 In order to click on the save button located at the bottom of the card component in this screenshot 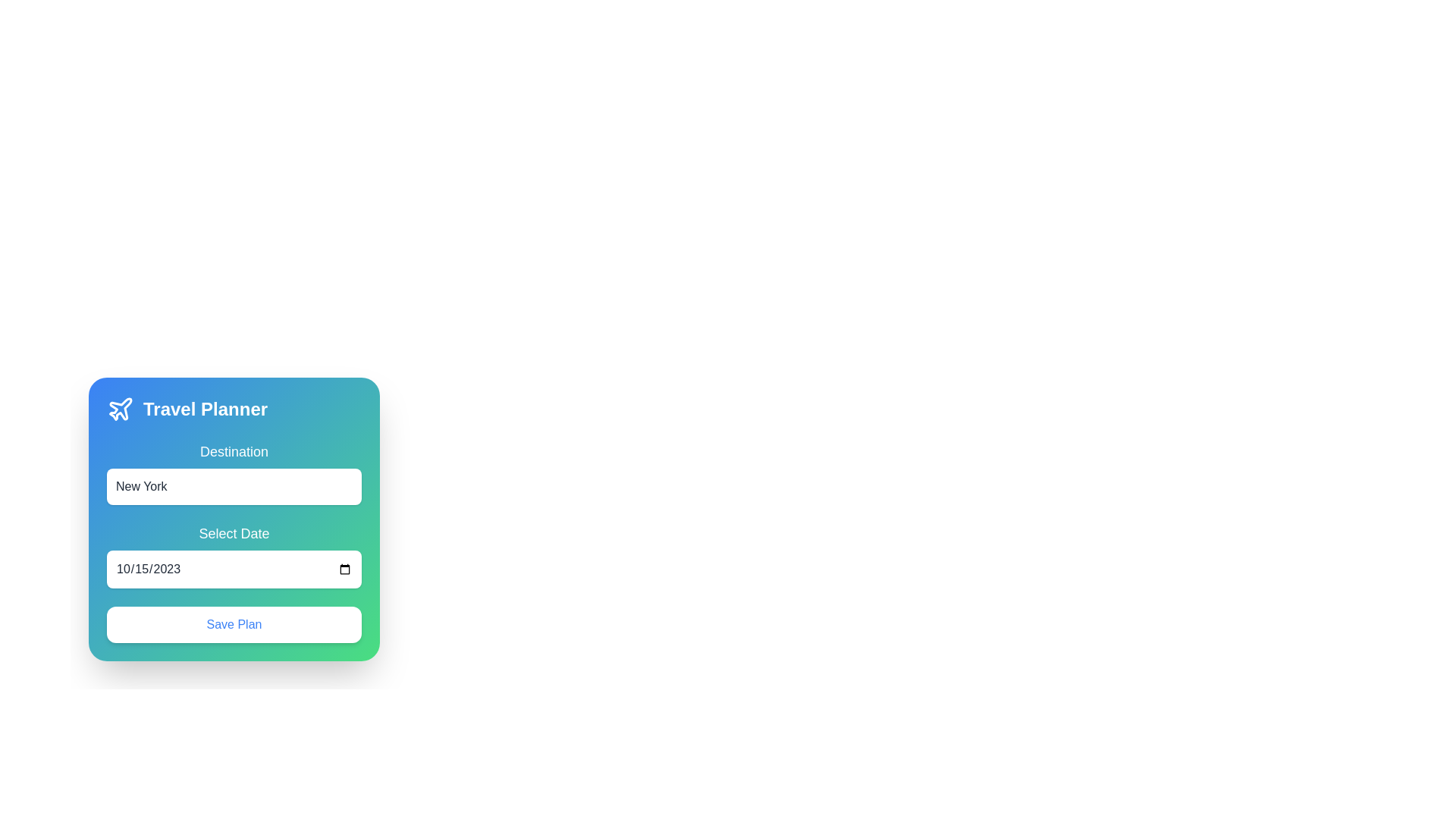, I will do `click(233, 625)`.